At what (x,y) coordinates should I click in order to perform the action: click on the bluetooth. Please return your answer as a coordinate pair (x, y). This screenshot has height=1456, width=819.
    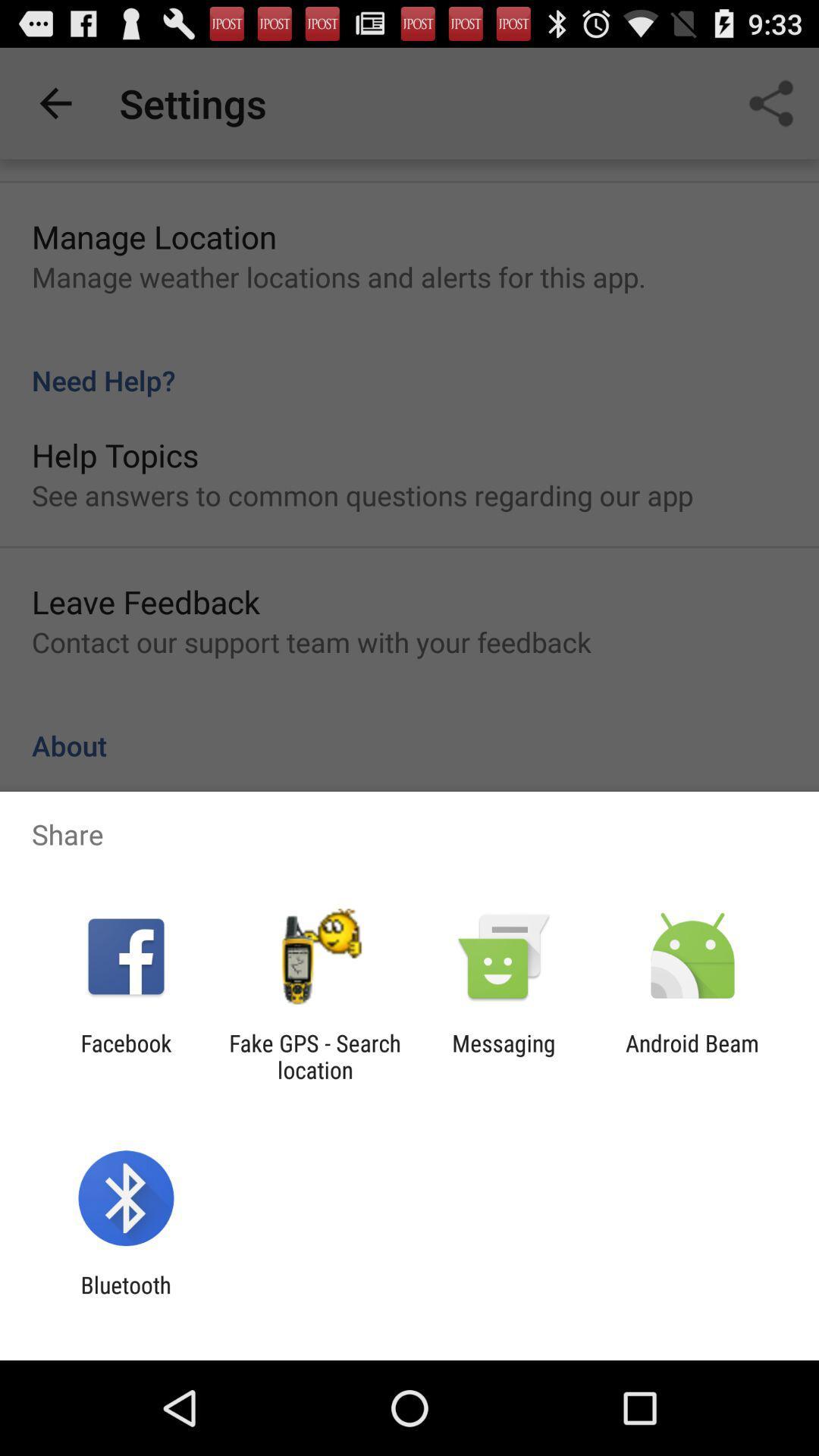
    Looking at the image, I should click on (125, 1298).